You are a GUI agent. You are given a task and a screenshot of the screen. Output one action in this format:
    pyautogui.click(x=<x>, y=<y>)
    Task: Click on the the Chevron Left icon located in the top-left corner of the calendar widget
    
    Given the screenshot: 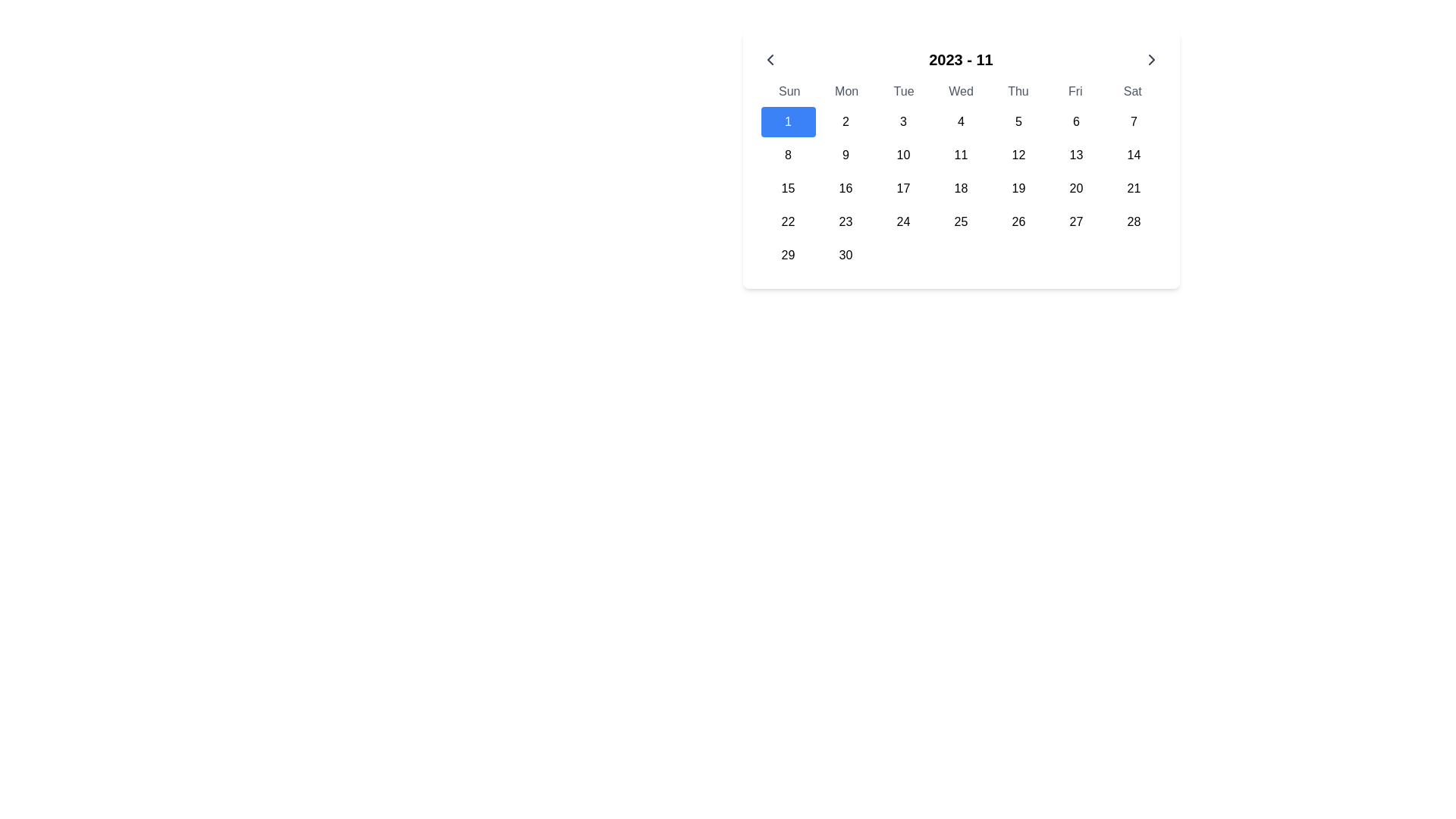 What is the action you would take?
    pyautogui.click(x=770, y=58)
    